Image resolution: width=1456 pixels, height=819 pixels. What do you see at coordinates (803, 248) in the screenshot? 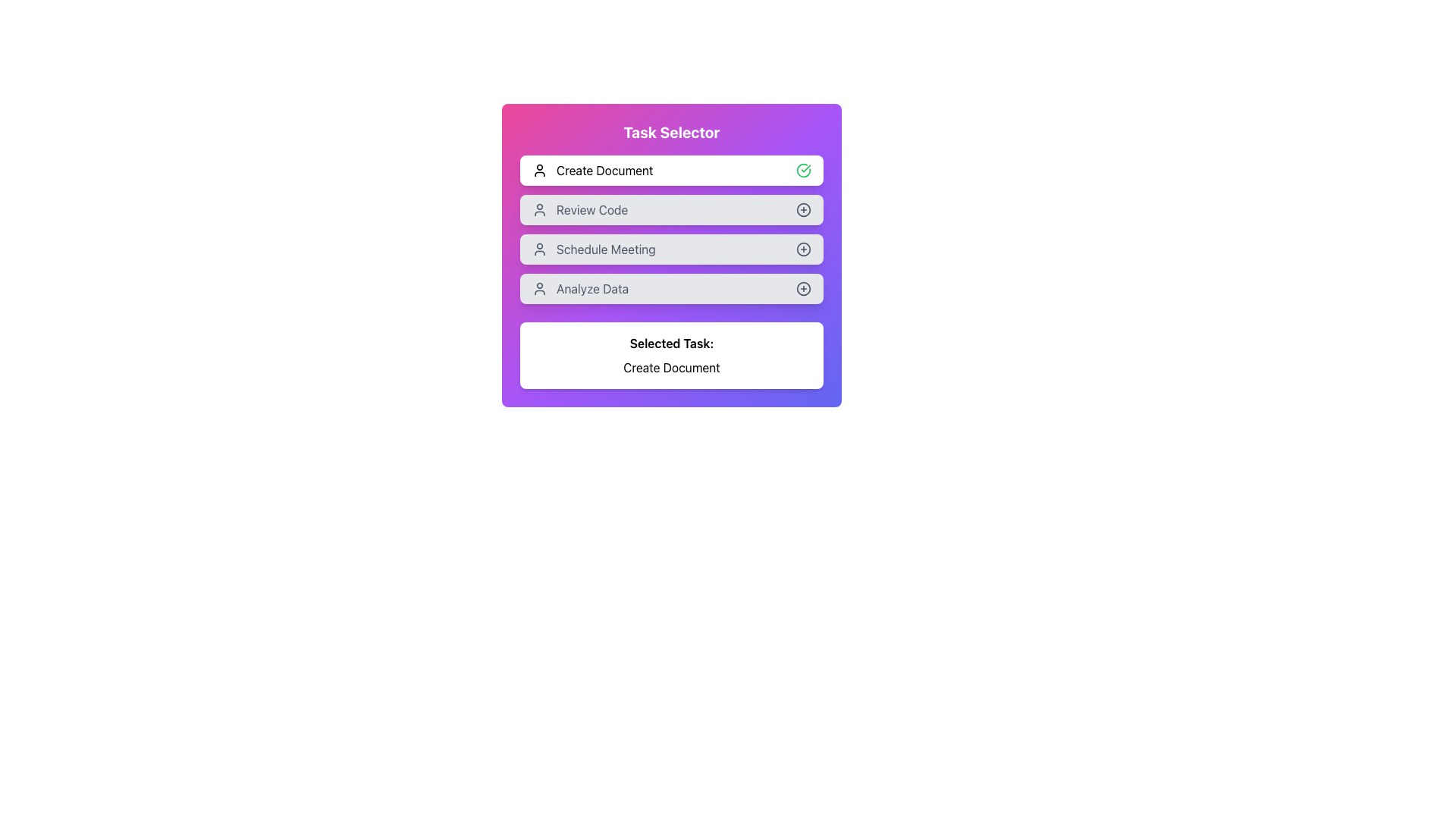
I see `the SVG circle graphical element representing the 'add' action for the 'Schedule Meeting' option, located in the rightmost section of the task list` at bounding box center [803, 248].